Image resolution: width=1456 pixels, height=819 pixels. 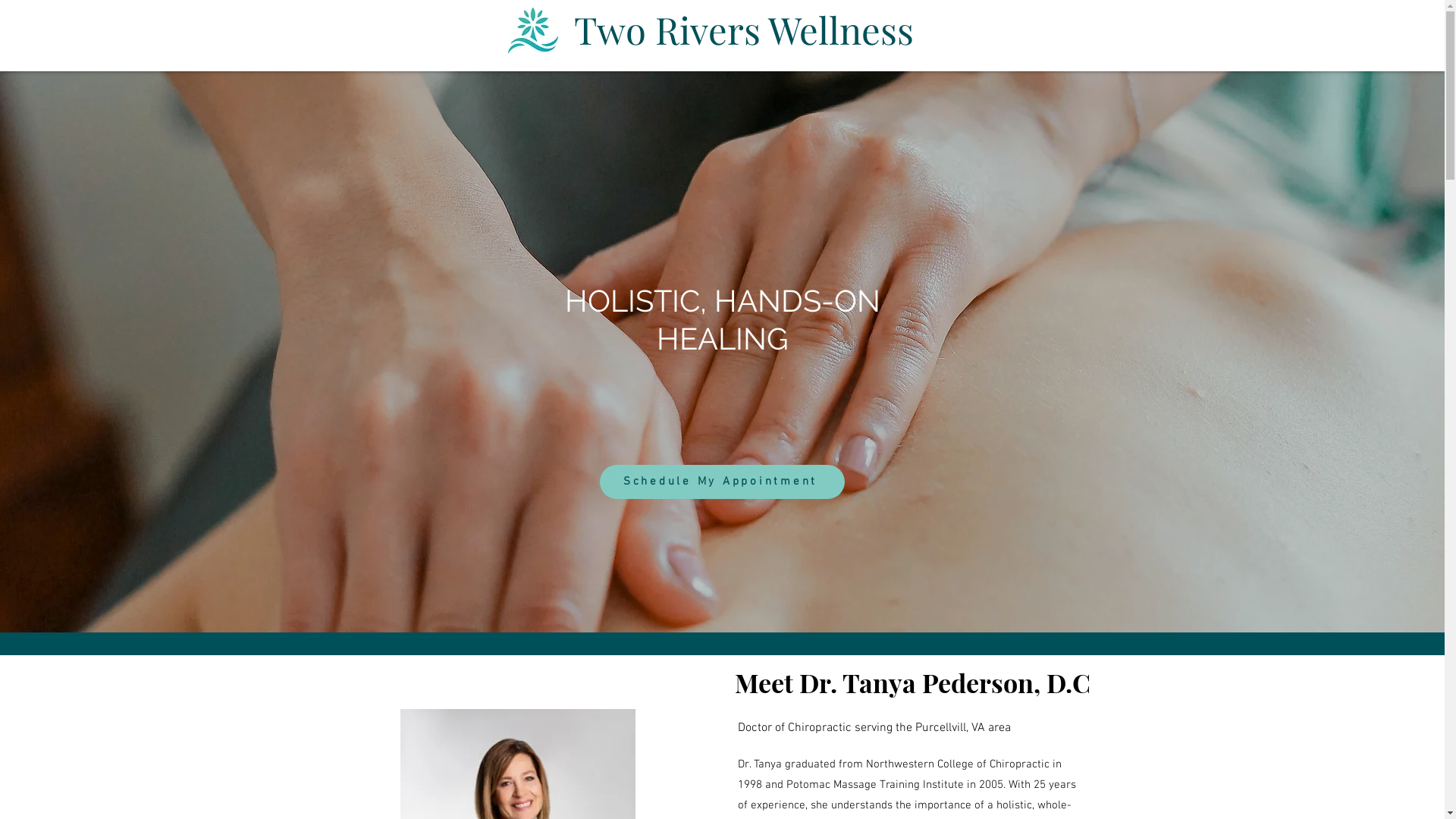 I want to click on 'Schedule My Appointment', so click(x=720, y=482).